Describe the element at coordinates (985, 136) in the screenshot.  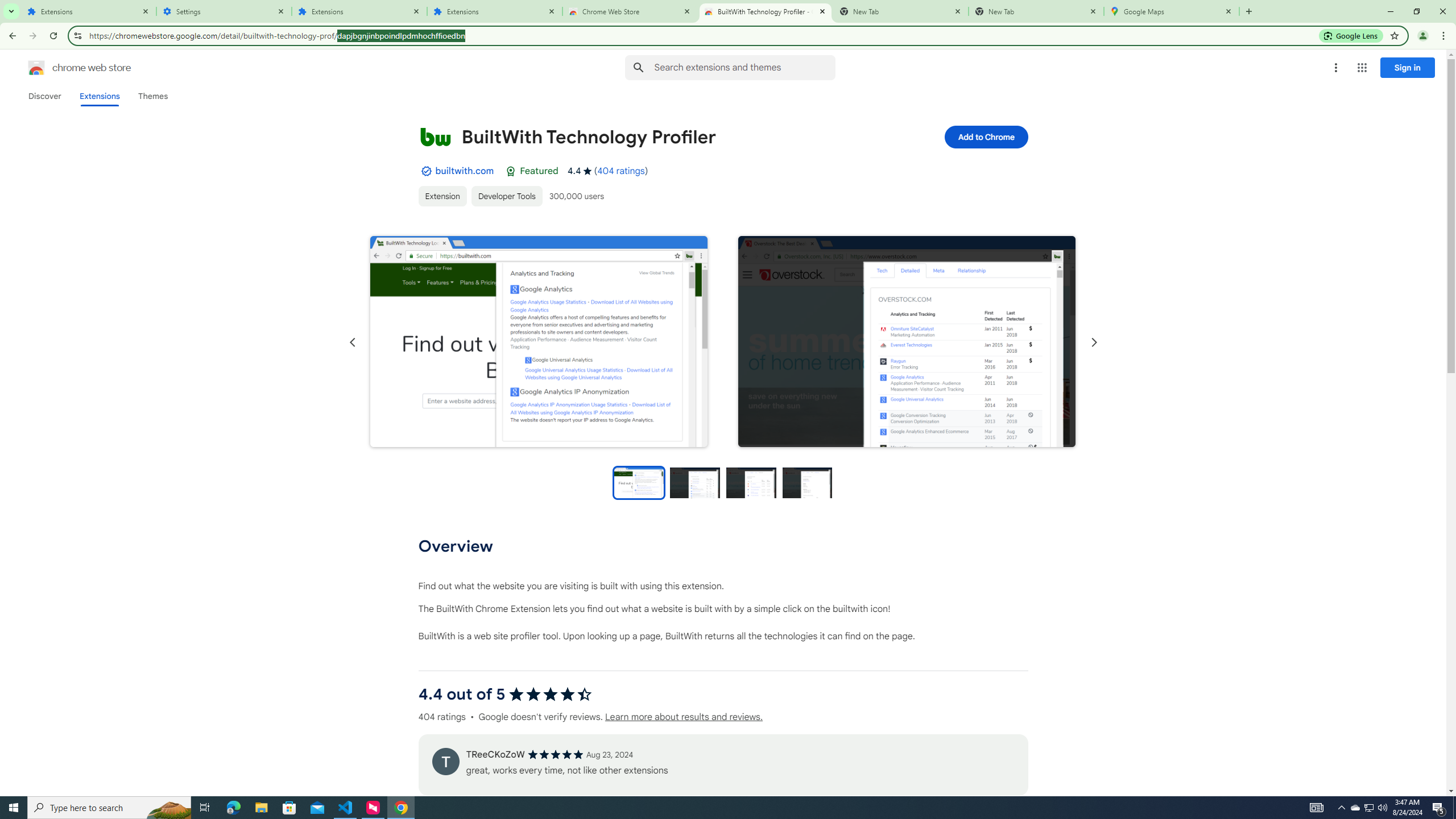
I see `'Add to Chrome'` at that location.